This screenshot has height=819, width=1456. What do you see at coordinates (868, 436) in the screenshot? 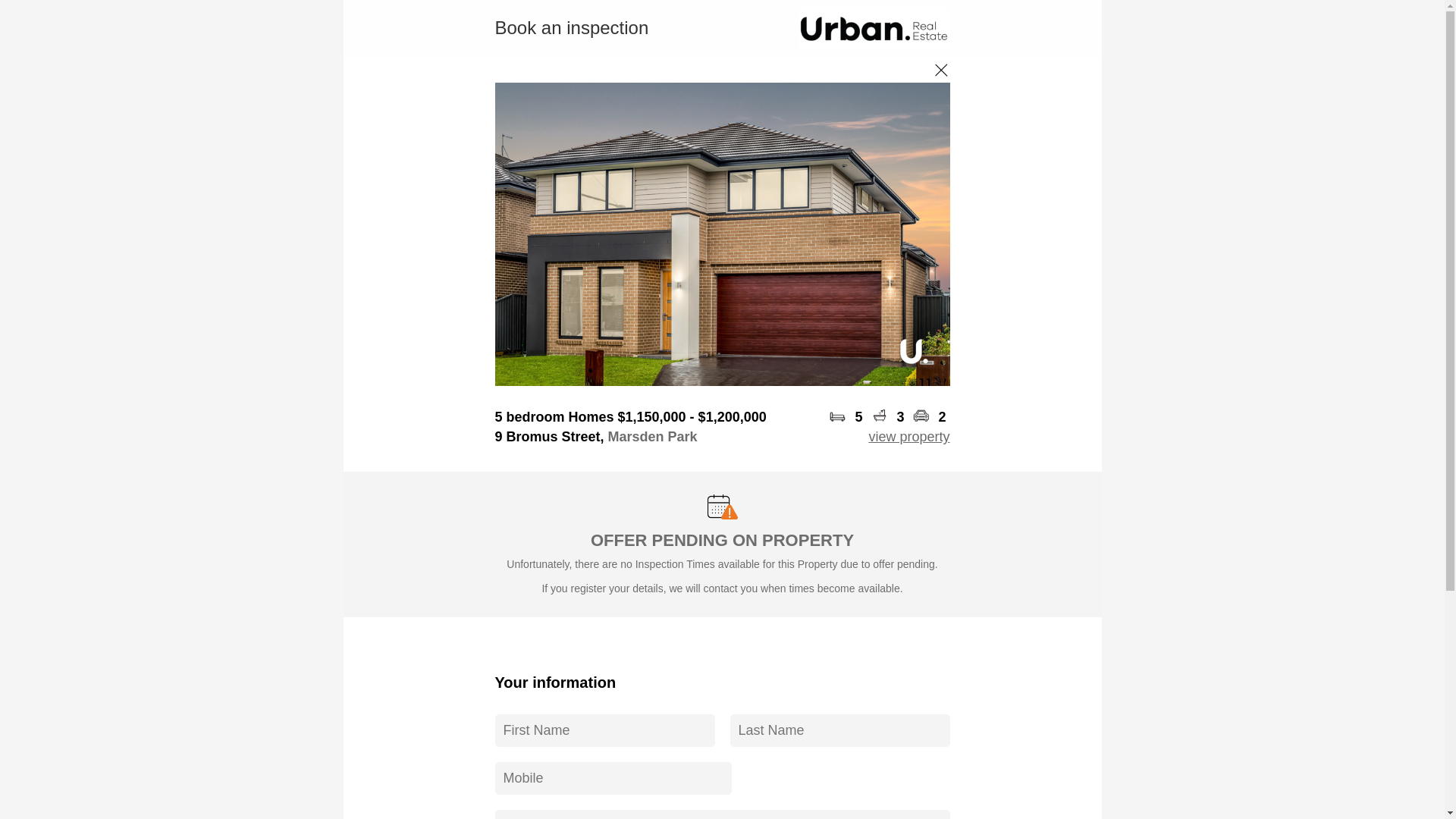
I see `'view property'` at bounding box center [868, 436].